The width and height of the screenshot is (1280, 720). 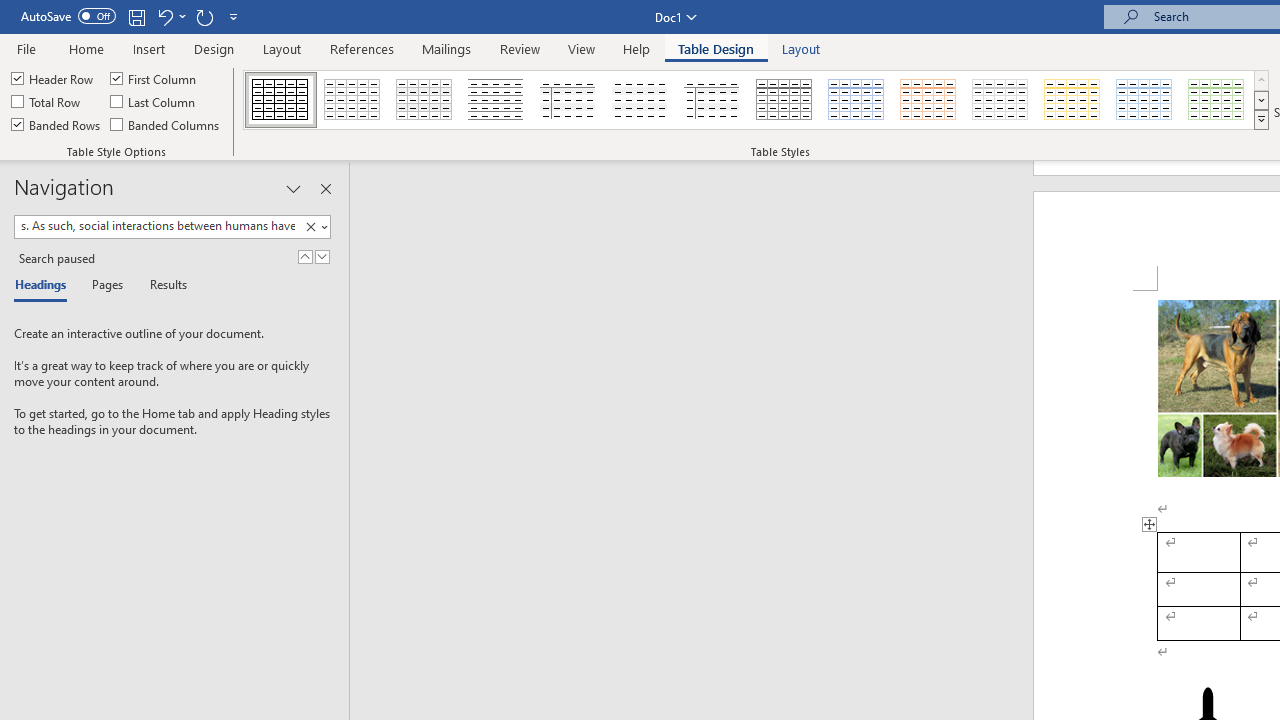 I want to click on 'Clear', so click(x=313, y=226).